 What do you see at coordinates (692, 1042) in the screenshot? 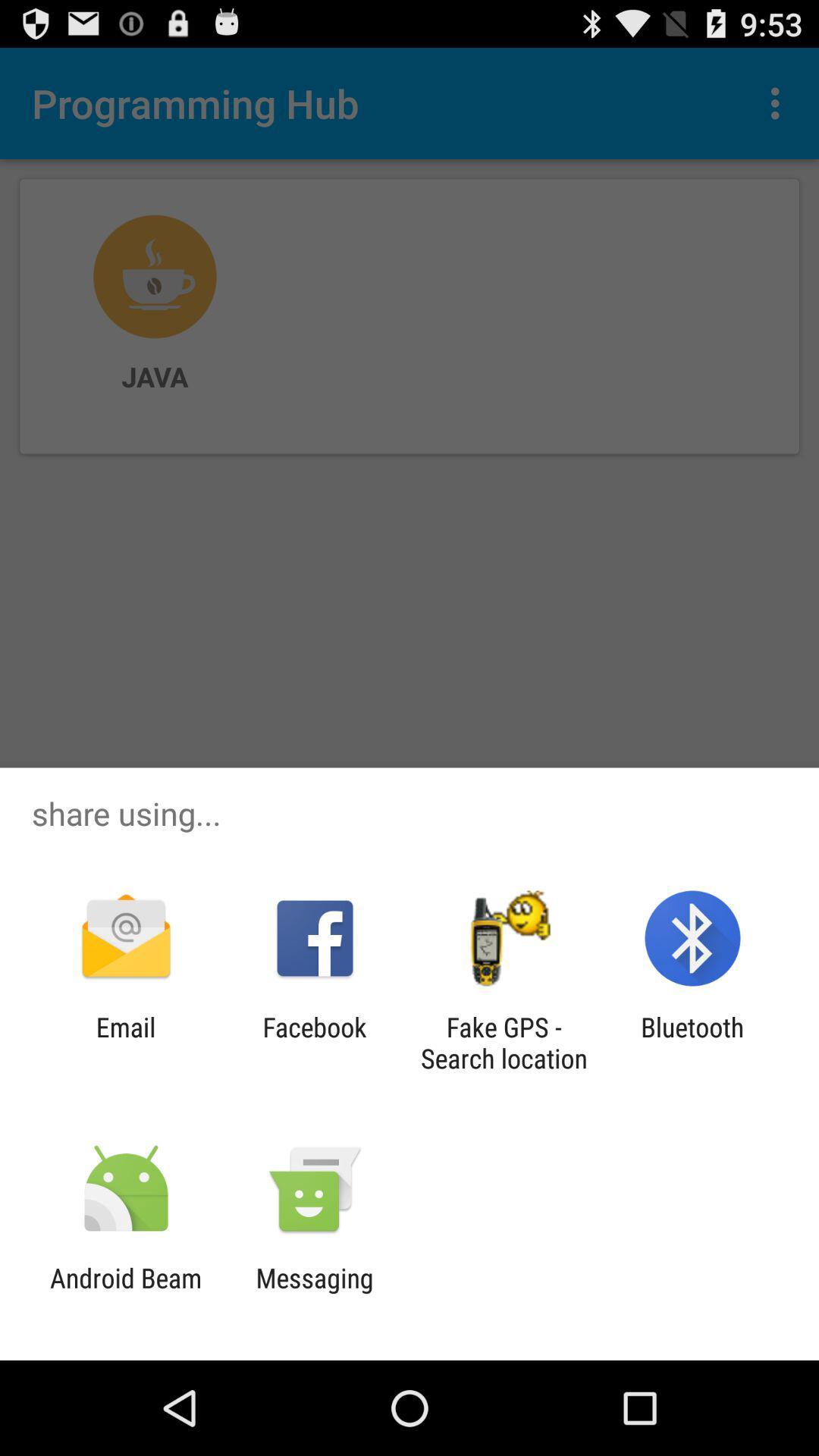
I see `bluetooth` at bounding box center [692, 1042].